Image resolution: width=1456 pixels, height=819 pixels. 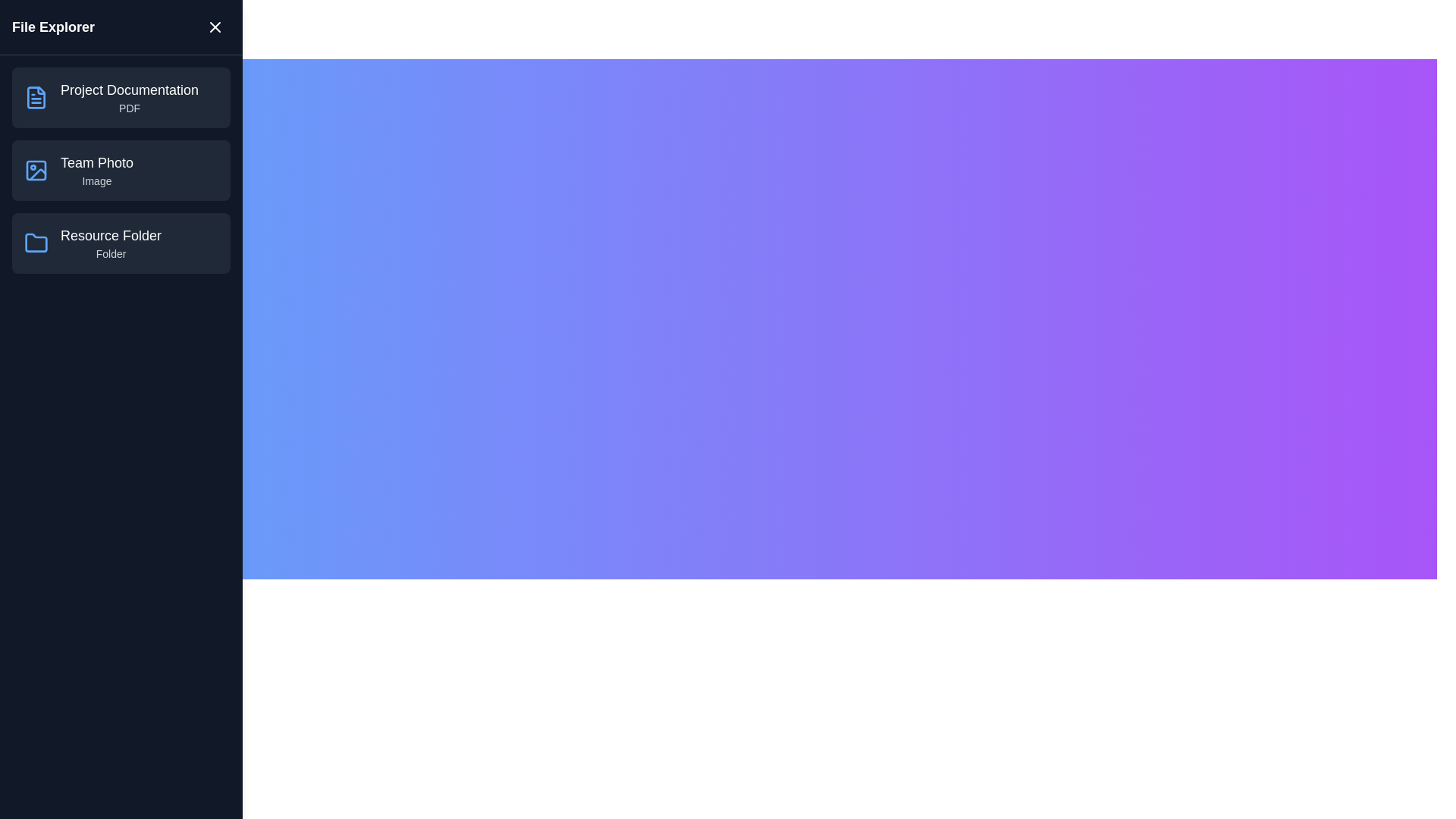 What do you see at coordinates (109, 467) in the screenshot?
I see `the 'Toggle Drawer' button to toggle the visibility of the file explorer drawer` at bounding box center [109, 467].